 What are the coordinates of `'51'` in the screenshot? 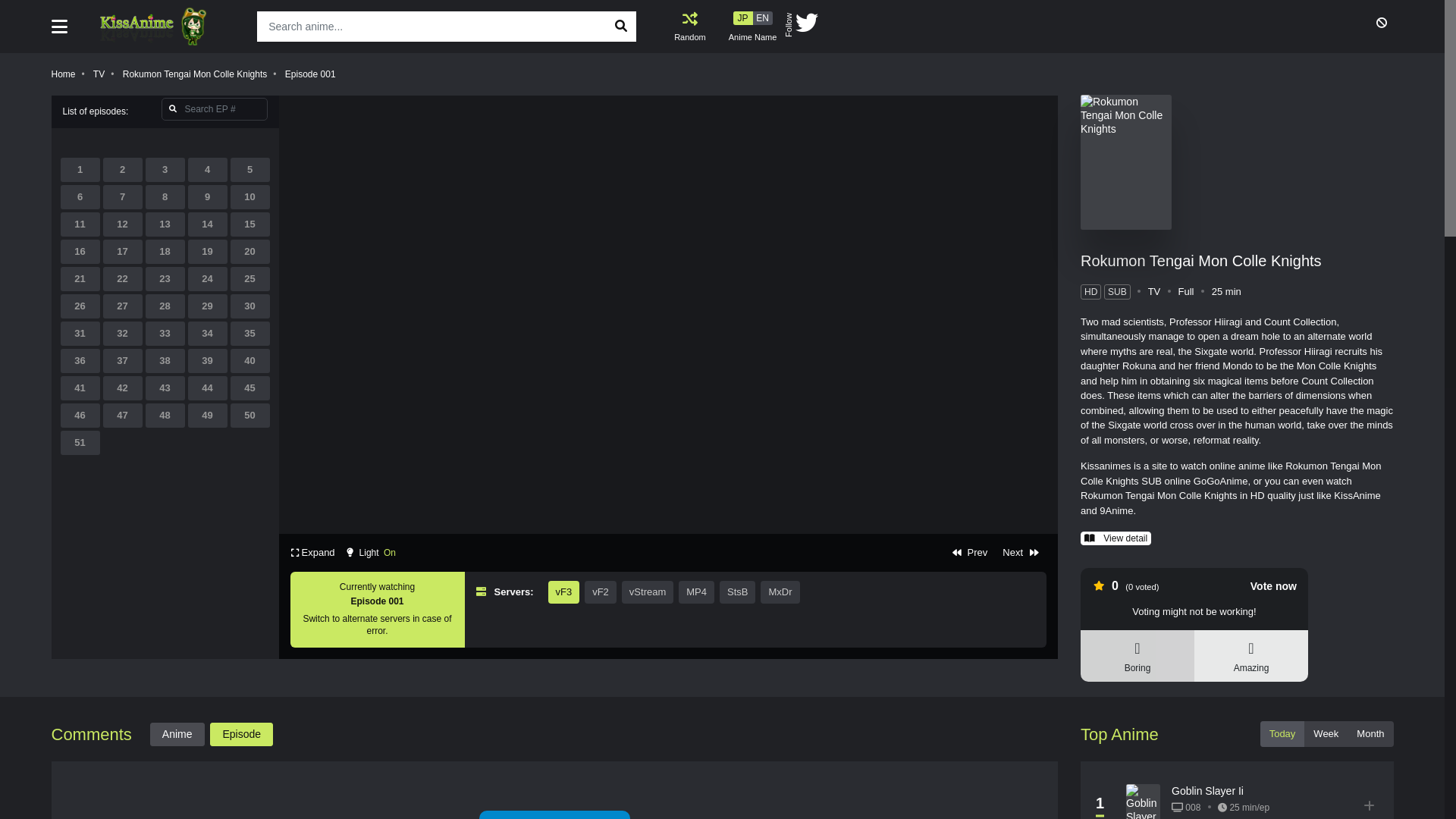 It's located at (79, 442).